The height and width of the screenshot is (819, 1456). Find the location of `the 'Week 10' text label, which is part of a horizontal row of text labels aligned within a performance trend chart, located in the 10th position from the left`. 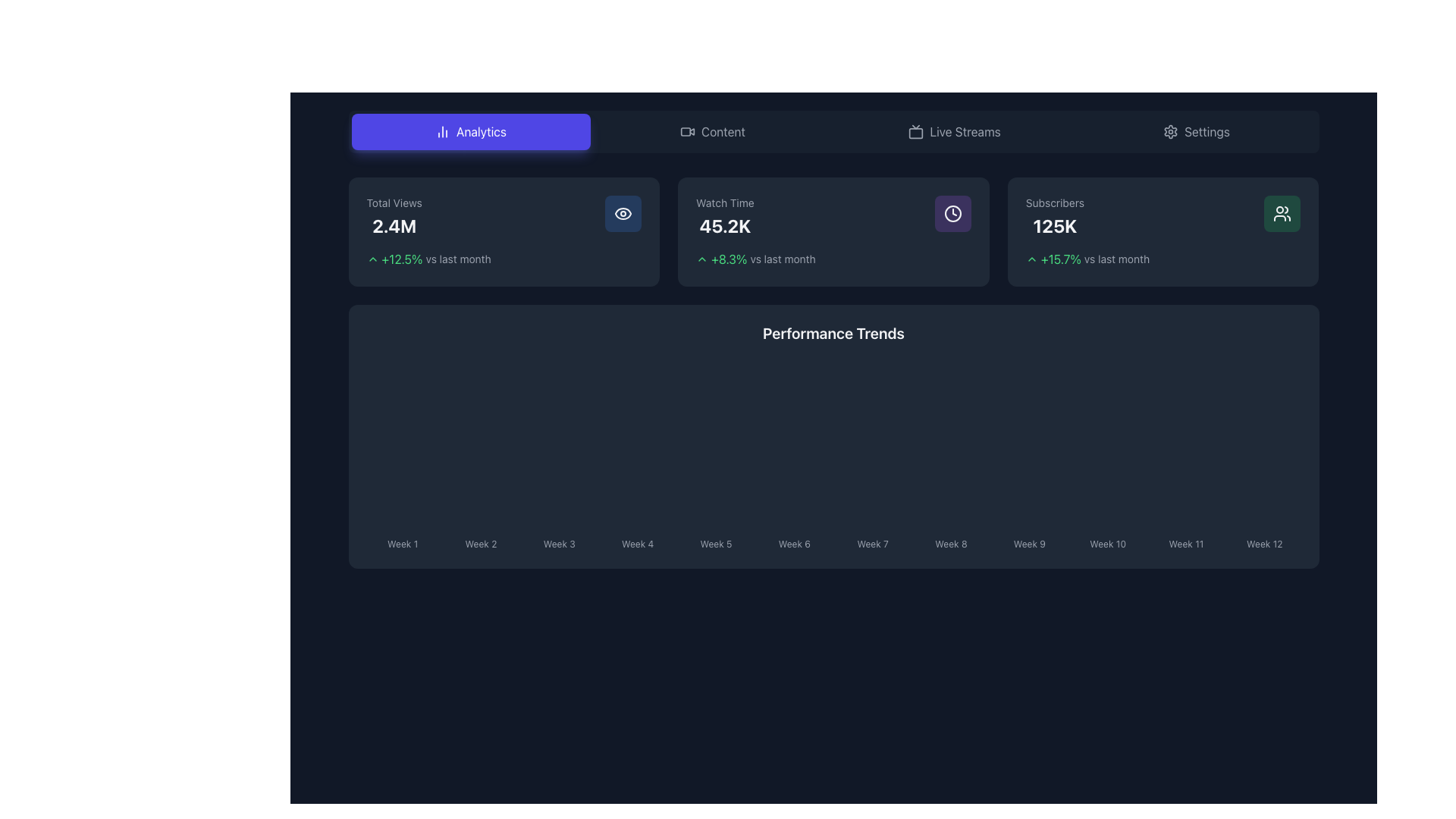

the 'Week 10' text label, which is part of a horizontal row of text labels aligned within a performance trend chart, located in the 10th position from the left is located at coordinates (1108, 540).